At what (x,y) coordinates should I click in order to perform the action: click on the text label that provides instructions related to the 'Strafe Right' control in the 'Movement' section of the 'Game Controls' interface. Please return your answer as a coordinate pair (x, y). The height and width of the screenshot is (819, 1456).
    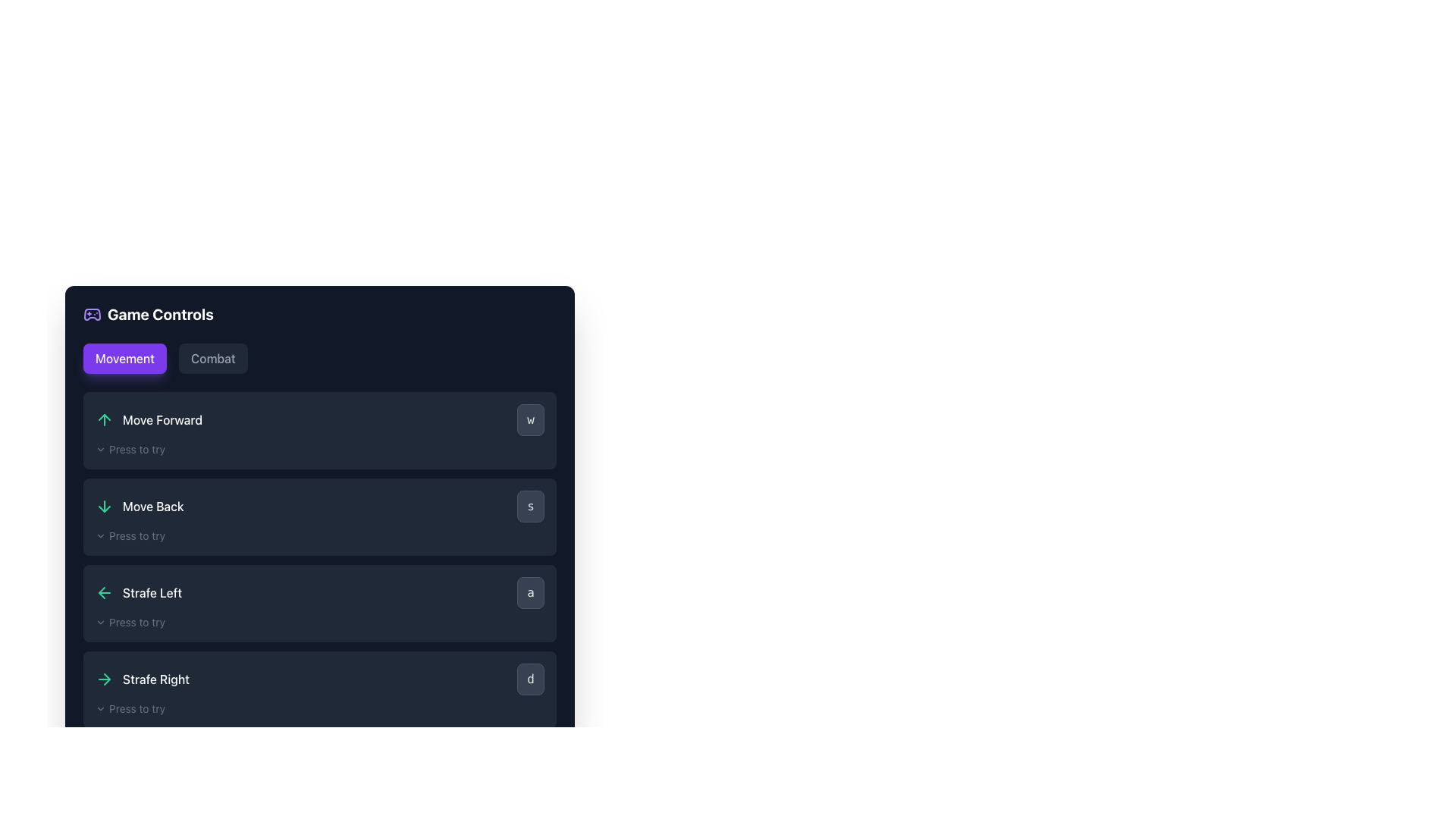
    Looking at the image, I should click on (137, 708).